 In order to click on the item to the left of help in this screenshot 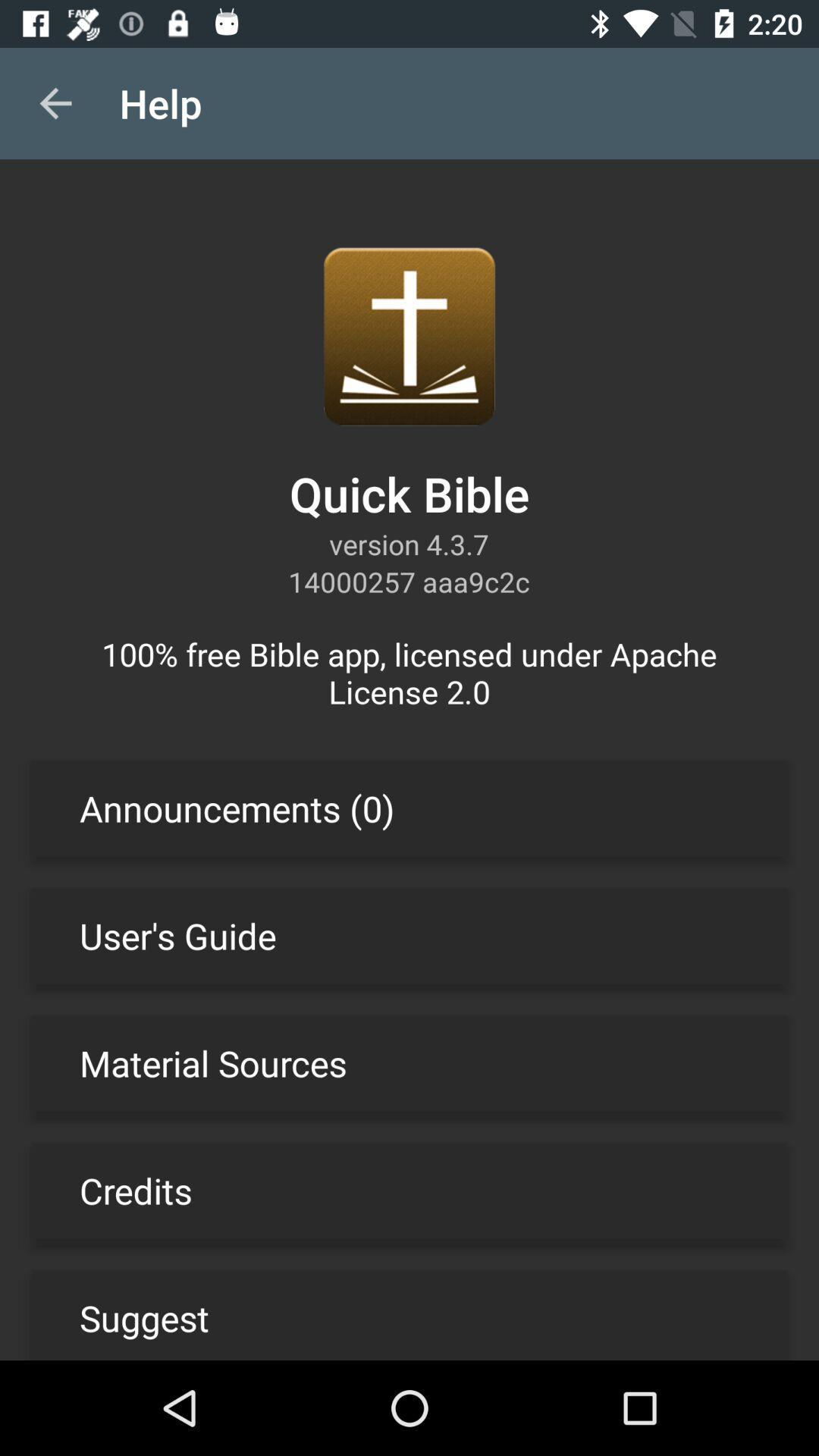, I will do `click(55, 102)`.